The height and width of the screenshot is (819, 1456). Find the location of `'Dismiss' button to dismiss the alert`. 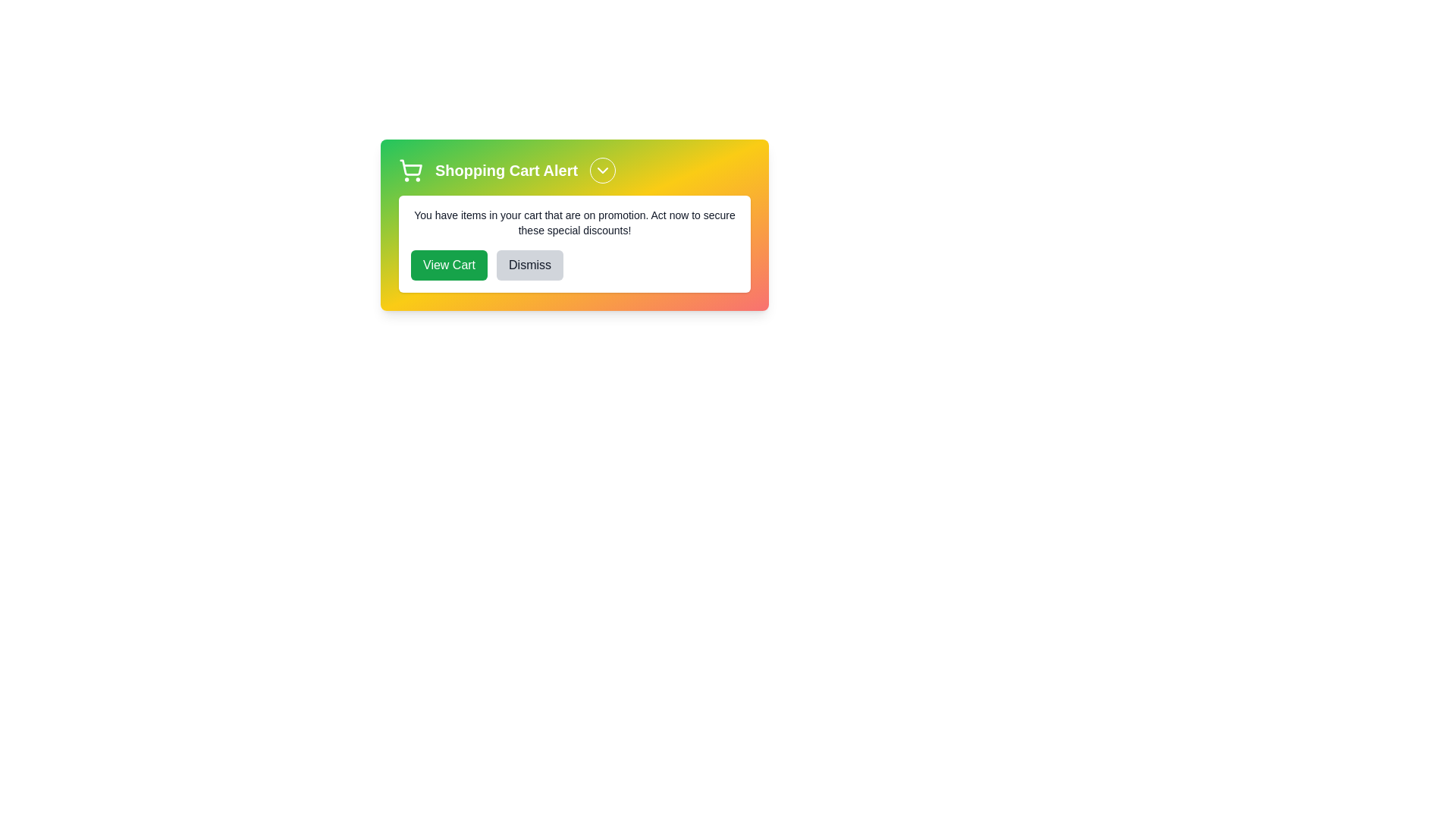

'Dismiss' button to dismiss the alert is located at coordinates (530, 265).